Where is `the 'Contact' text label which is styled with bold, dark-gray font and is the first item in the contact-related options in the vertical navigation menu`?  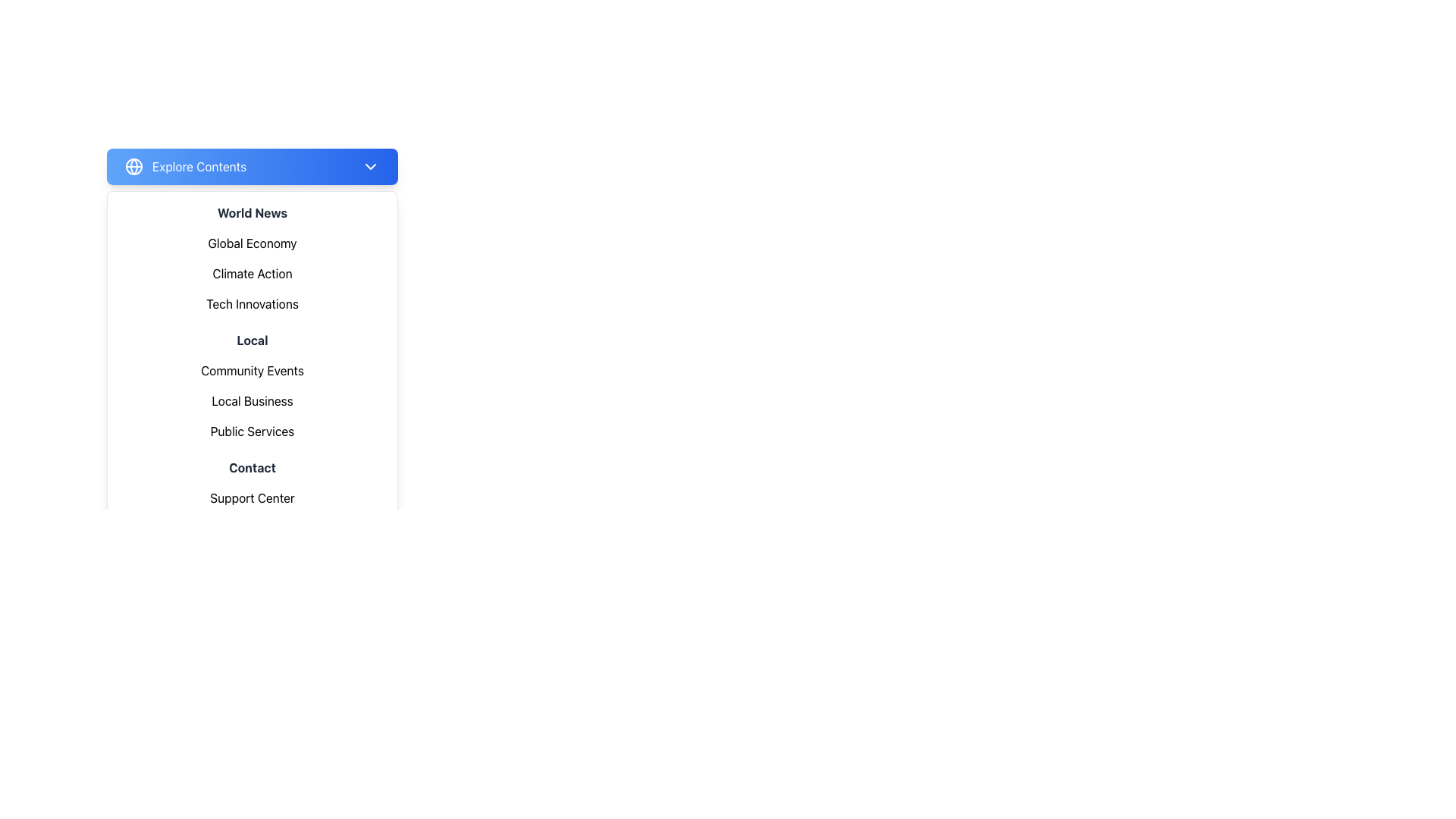
the 'Contact' text label which is styled with bold, dark-gray font and is the first item in the contact-related options in the vertical navigation menu is located at coordinates (252, 467).